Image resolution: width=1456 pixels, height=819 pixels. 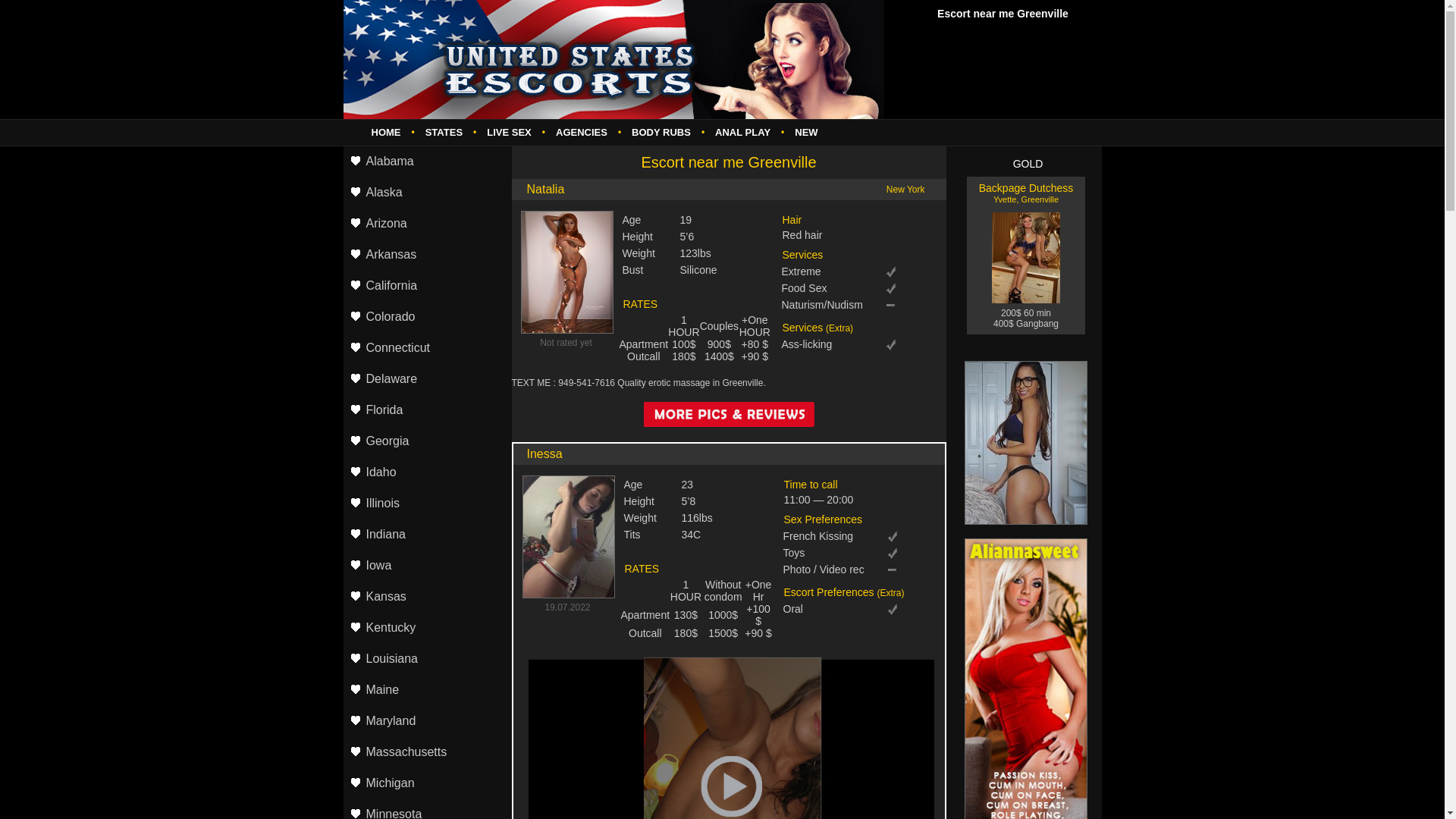 What do you see at coordinates (425, 472) in the screenshot?
I see `'Idaho'` at bounding box center [425, 472].